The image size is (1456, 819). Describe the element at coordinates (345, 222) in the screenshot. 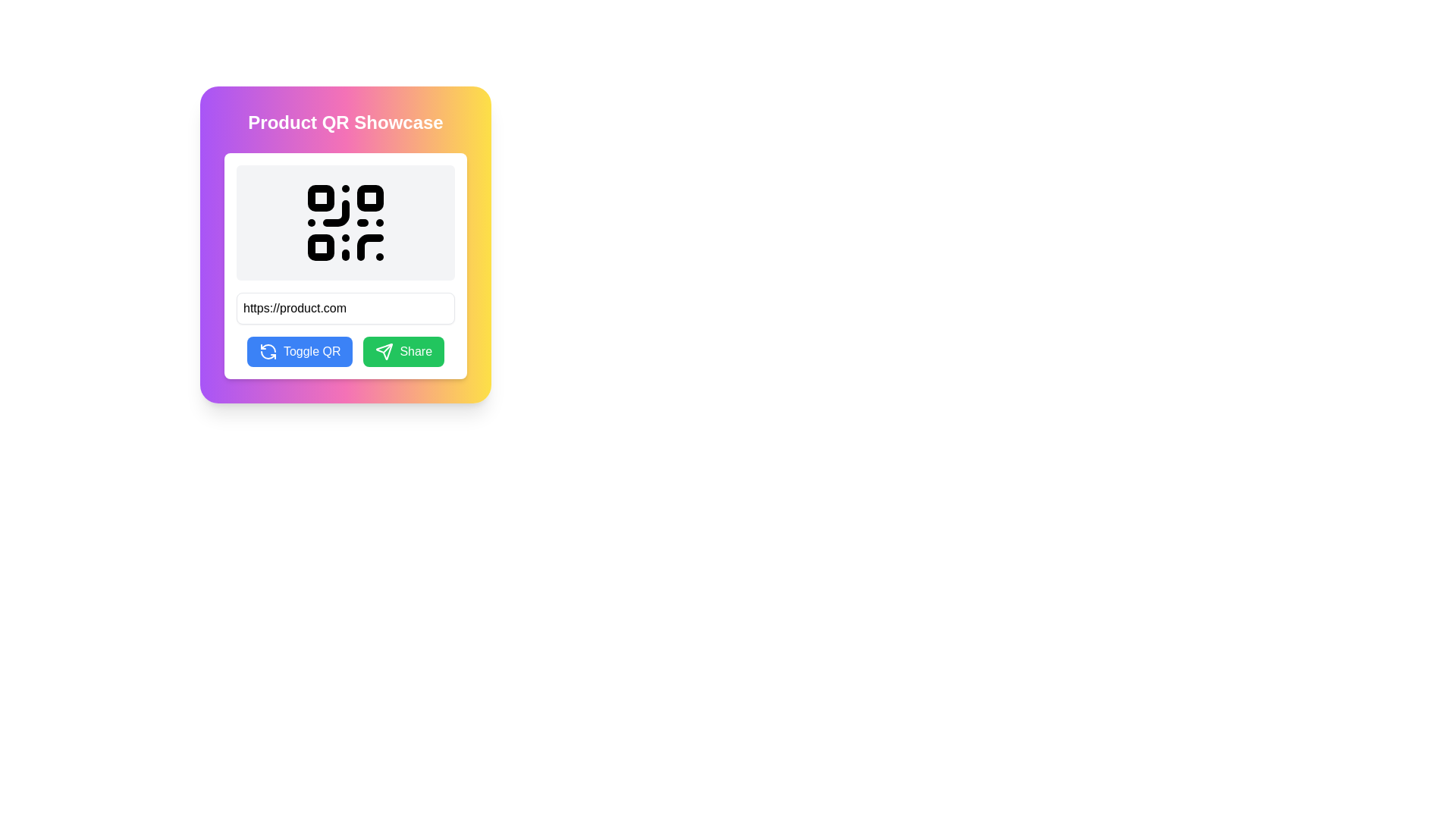

I see `the QR Code Display element, which features a black QR code on a light gray background, located at the top of the 'Product QR Showcase' interface` at that location.